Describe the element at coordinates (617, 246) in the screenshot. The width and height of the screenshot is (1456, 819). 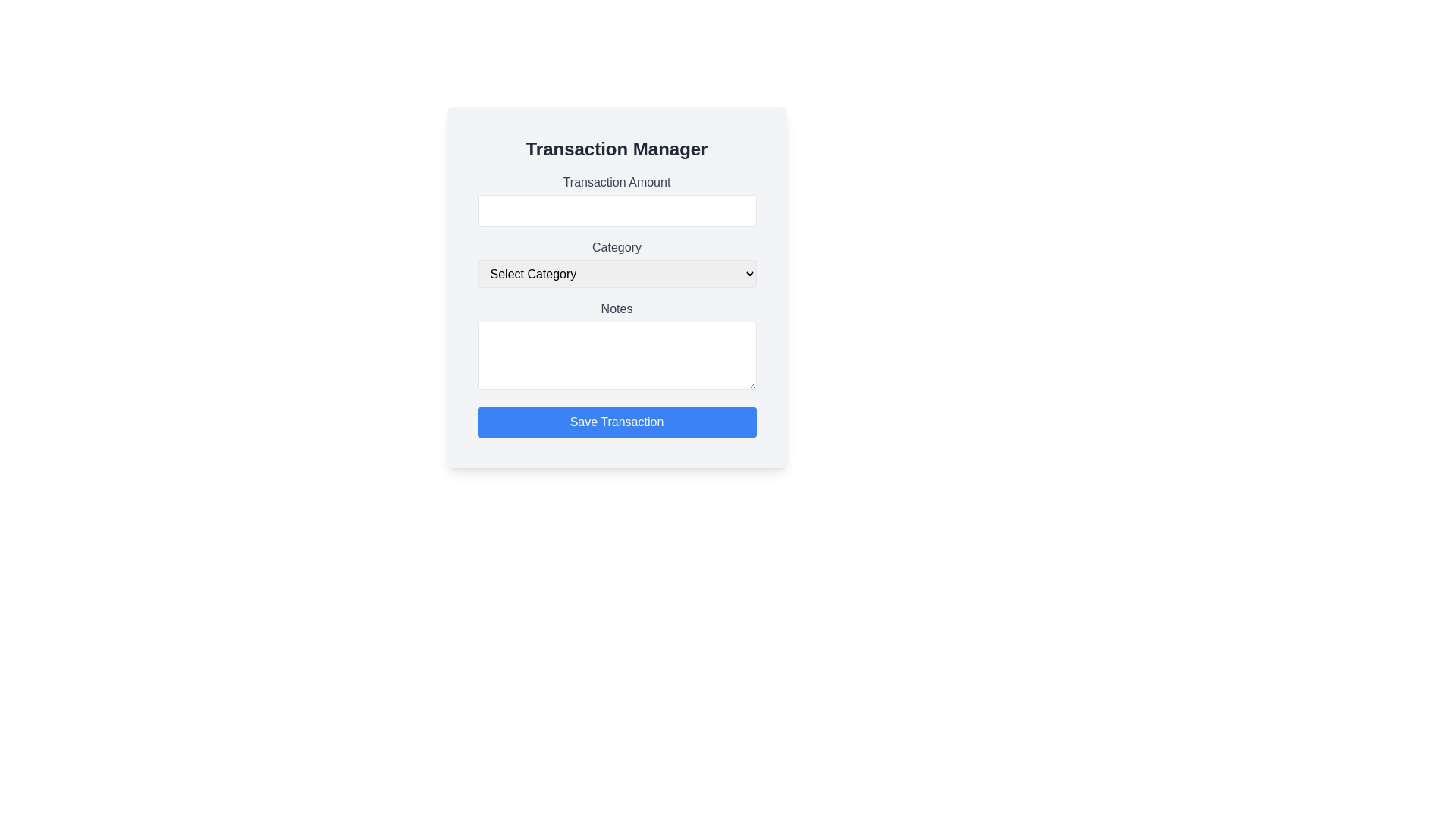
I see `the text label element containing the word 'Category', which is styled in gray and located above the dropdown menu labeled 'Select Category' in the 'Transaction Manager' section` at that location.